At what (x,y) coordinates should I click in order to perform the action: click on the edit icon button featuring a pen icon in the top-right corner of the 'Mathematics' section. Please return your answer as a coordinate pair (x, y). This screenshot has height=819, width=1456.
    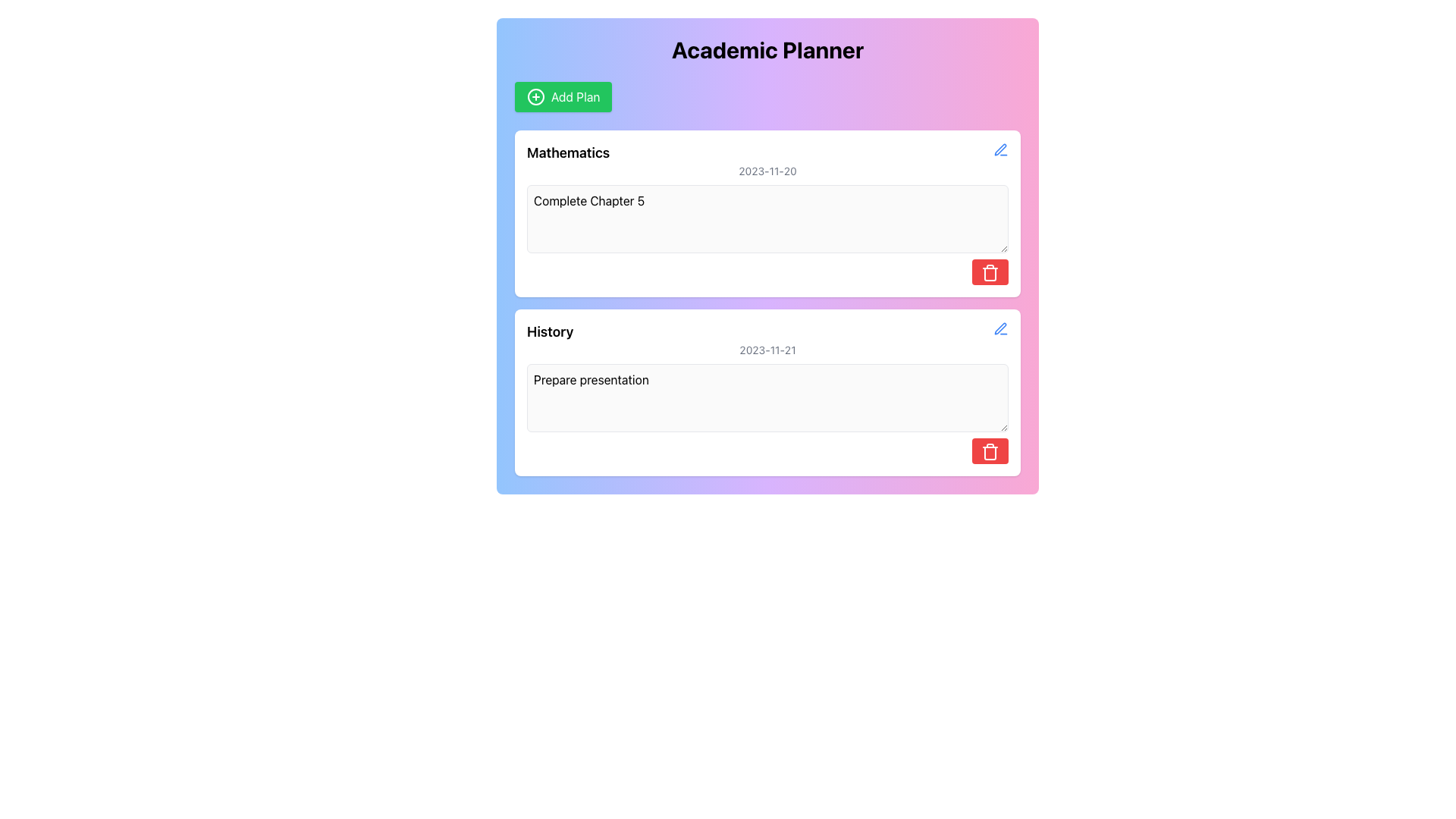
    Looking at the image, I should click on (1001, 149).